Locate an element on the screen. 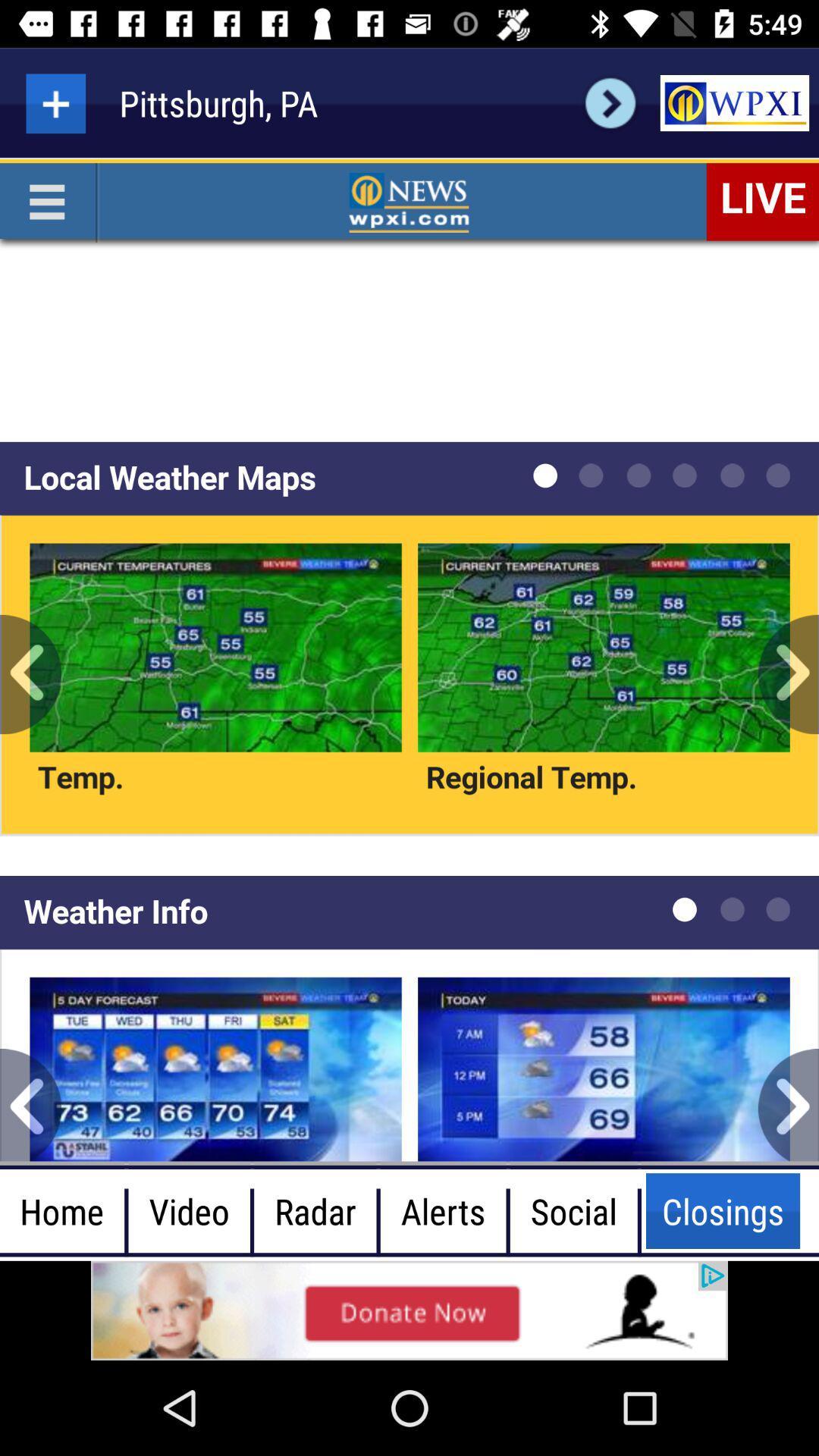  open advertisement is located at coordinates (733, 102).